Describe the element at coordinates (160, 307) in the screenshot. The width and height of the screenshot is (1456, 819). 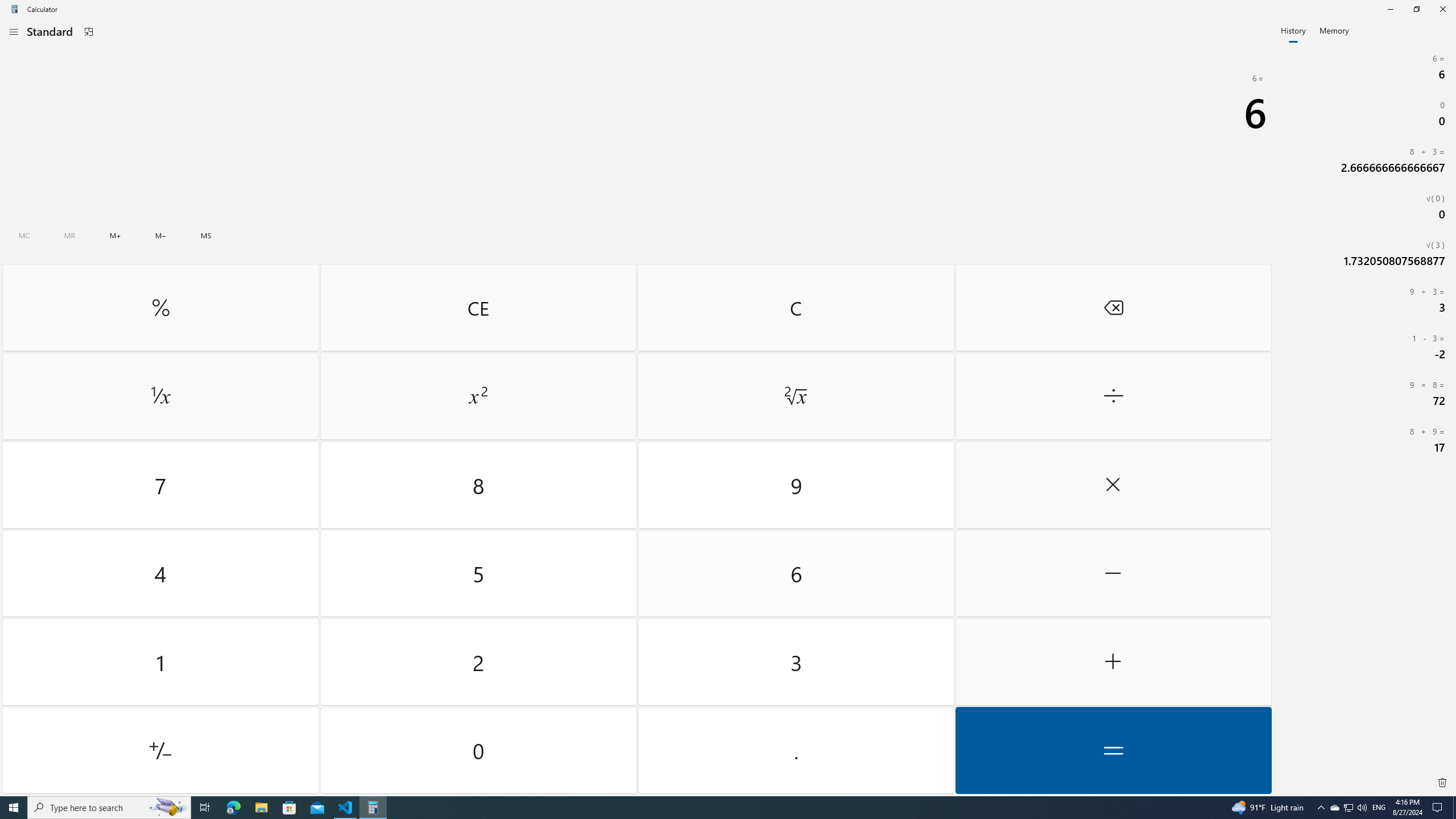
I see `'Percent'` at that location.